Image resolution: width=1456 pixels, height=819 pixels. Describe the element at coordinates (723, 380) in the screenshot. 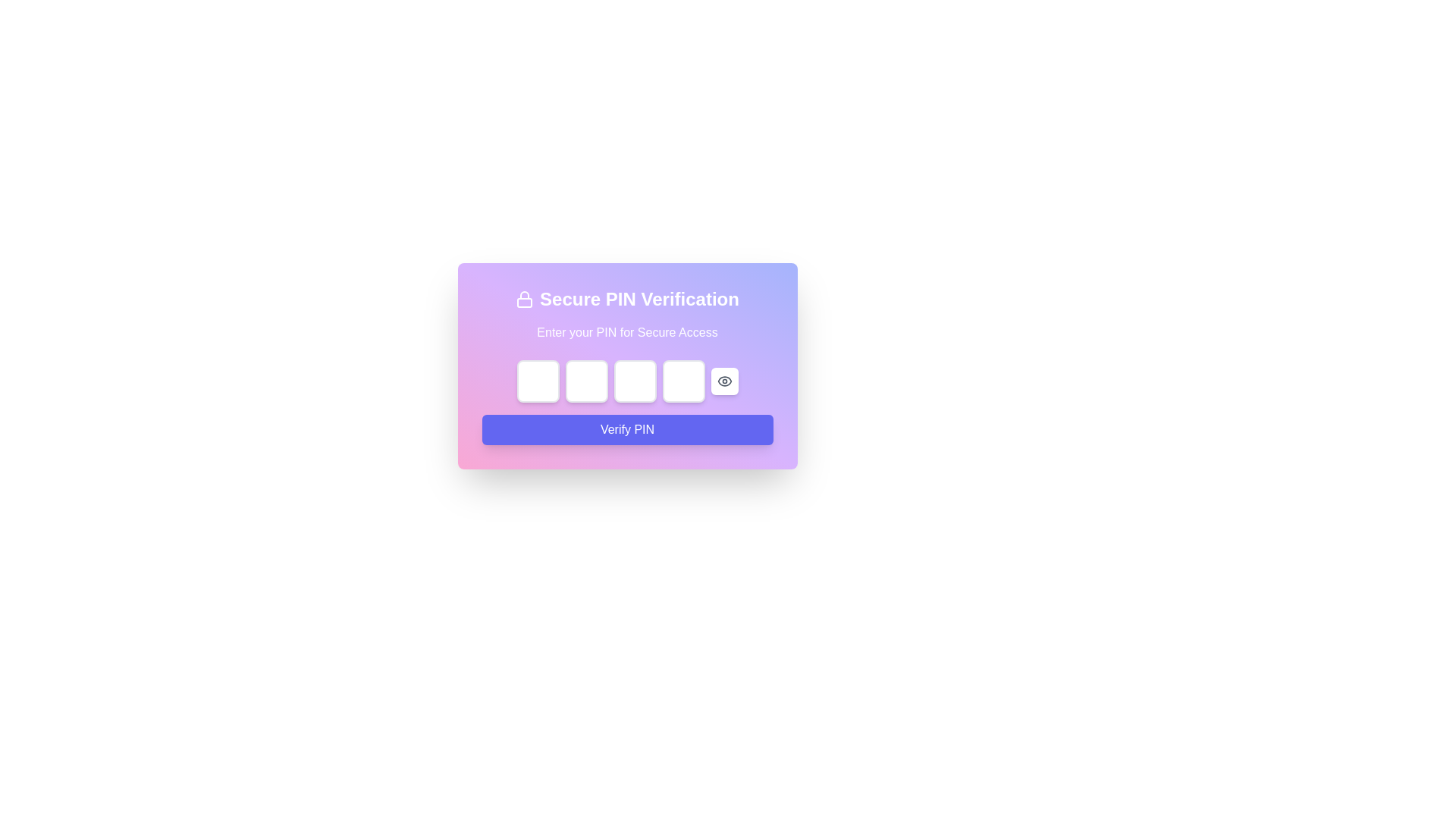

I see `the circular button with a white background and an eye icon` at that location.